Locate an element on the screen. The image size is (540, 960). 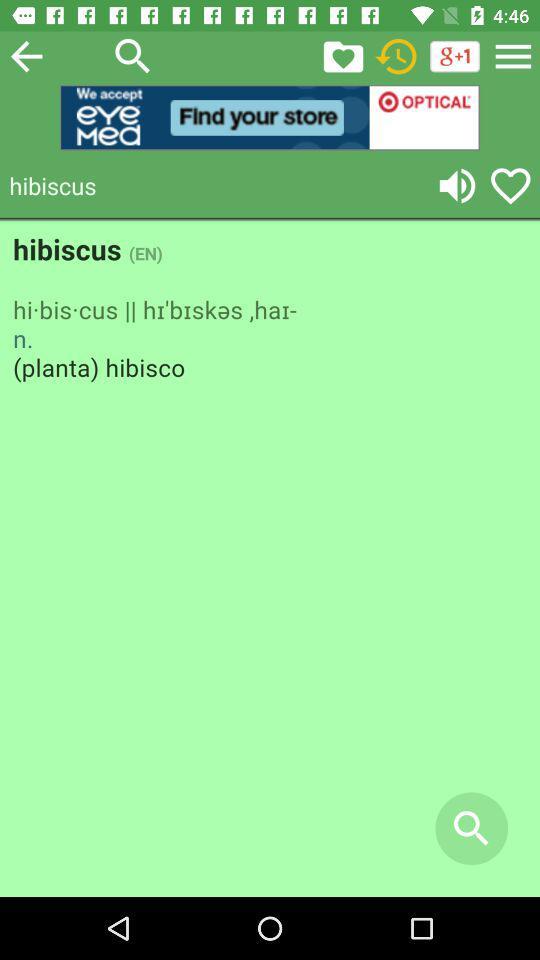
open menu is located at coordinates (513, 55).